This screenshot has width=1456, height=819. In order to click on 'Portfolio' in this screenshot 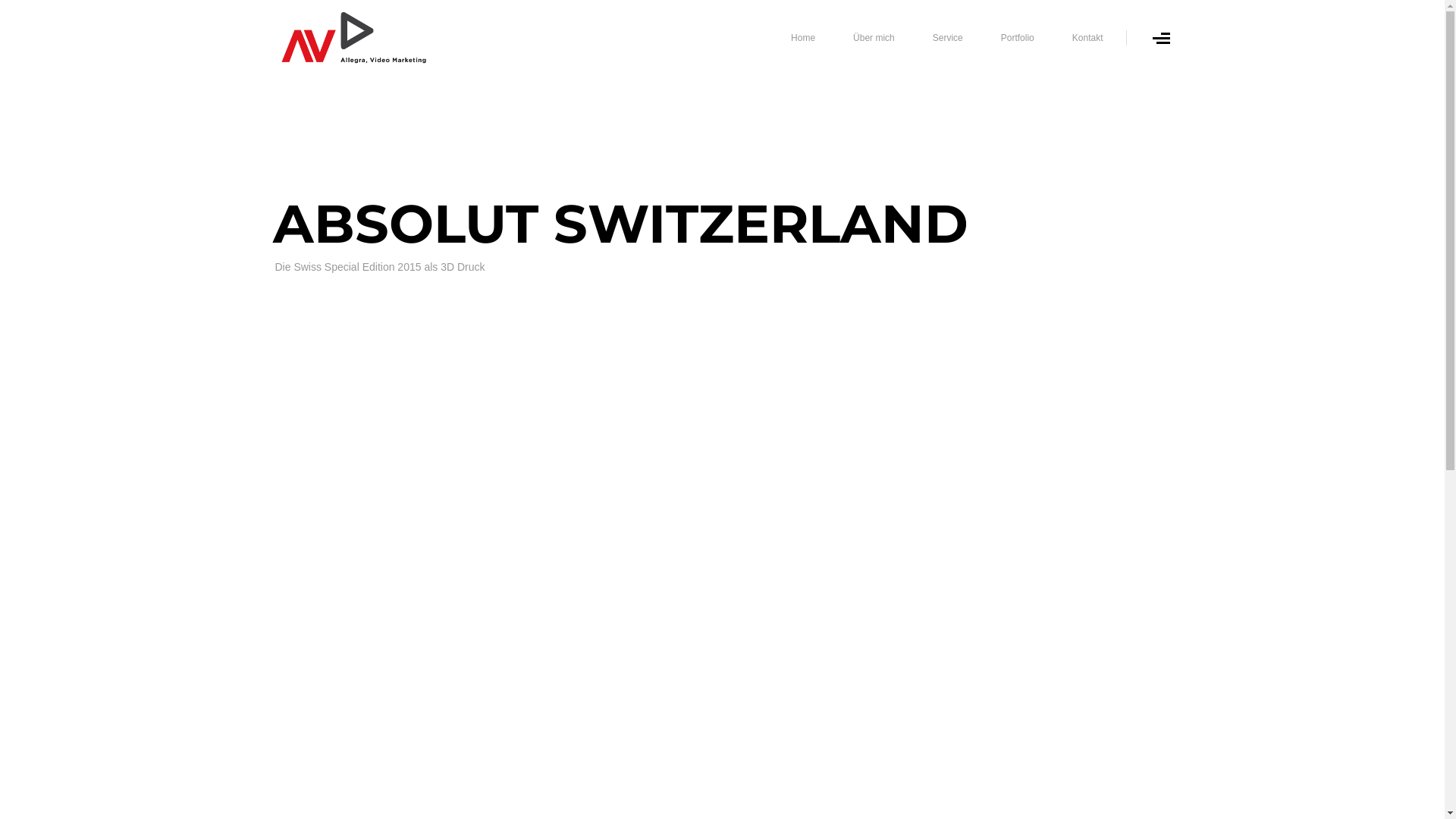, I will do `click(1018, 37)`.